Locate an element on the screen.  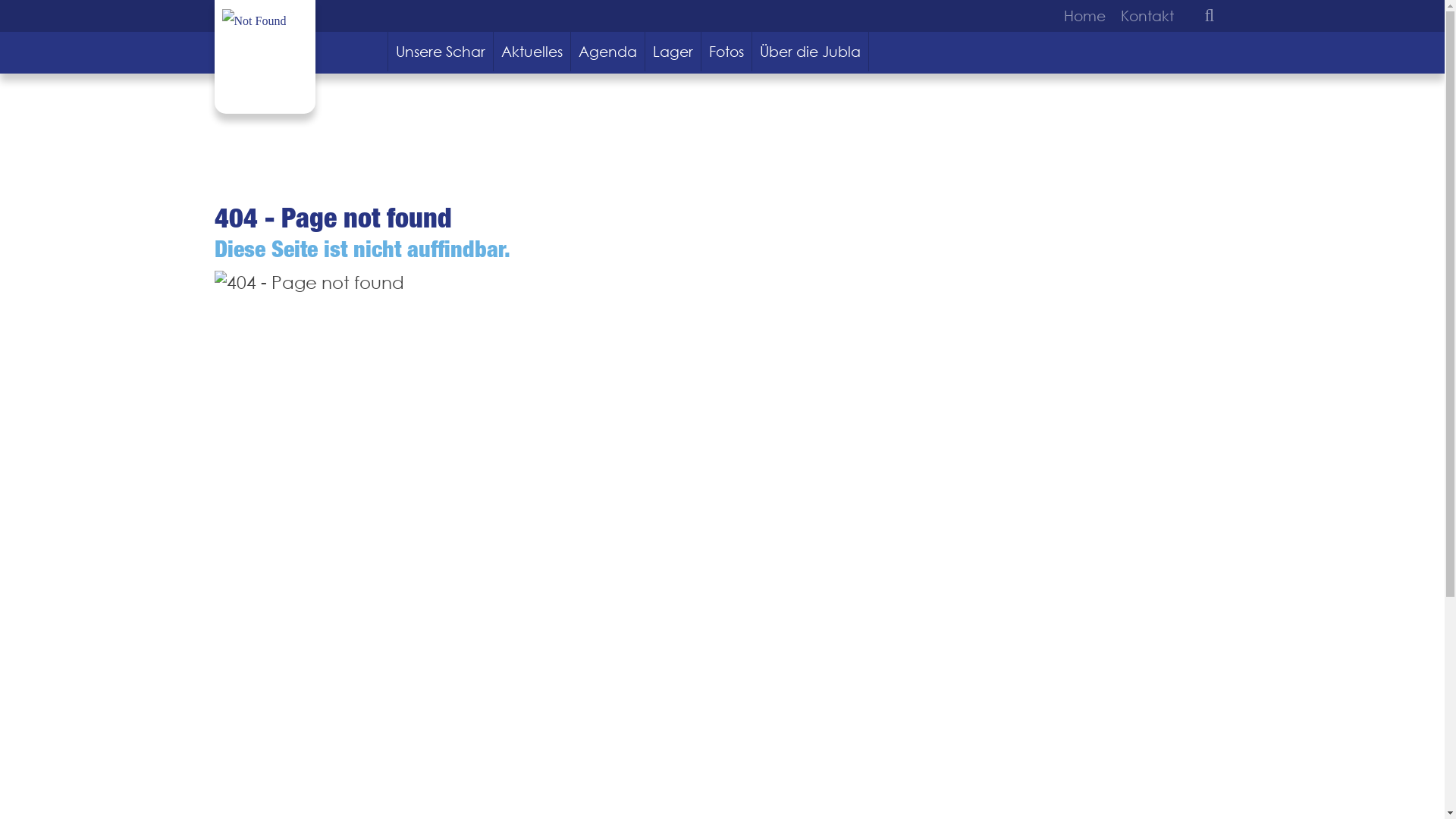
'Home' is located at coordinates (1087, 15).